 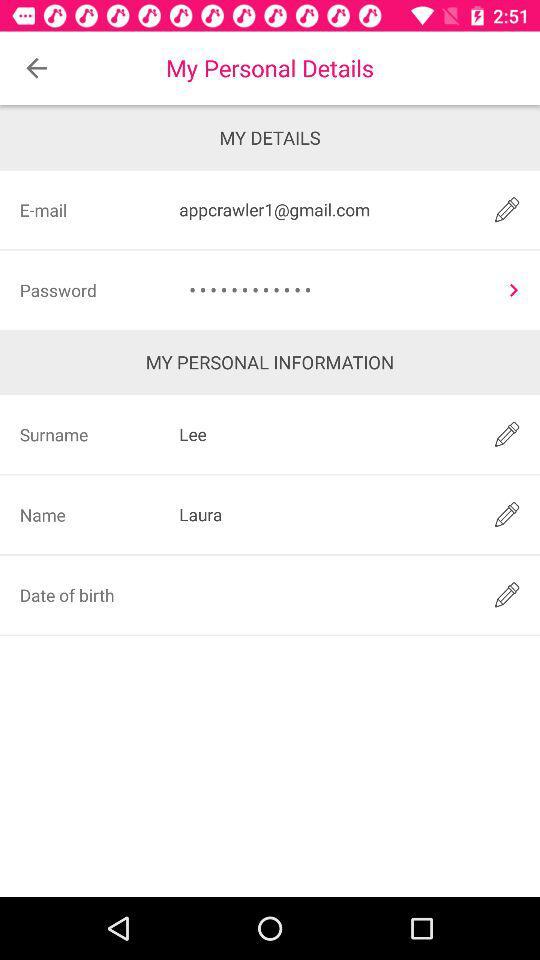 What do you see at coordinates (323, 434) in the screenshot?
I see `icon to the right of surname icon` at bounding box center [323, 434].